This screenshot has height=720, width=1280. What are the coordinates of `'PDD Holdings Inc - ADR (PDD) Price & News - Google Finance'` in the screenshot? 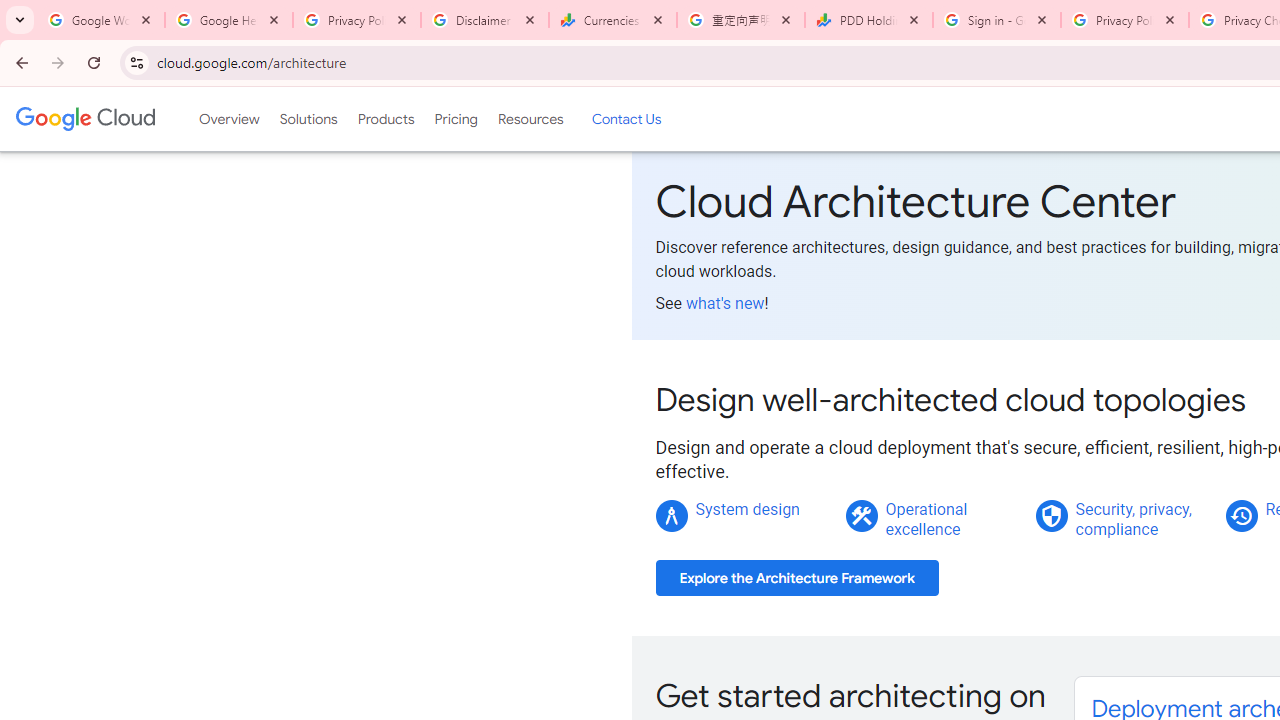 It's located at (869, 20).